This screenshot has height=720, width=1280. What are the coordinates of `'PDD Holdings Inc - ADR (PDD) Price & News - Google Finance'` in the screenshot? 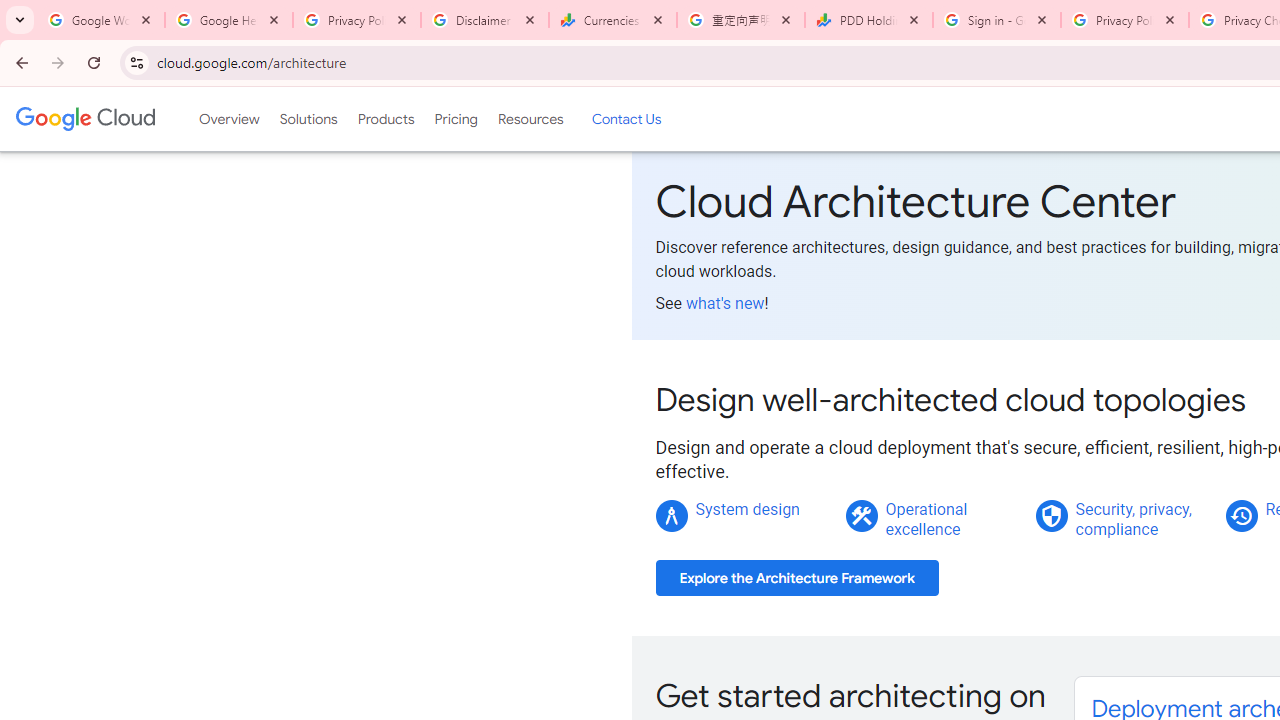 It's located at (869, 20).